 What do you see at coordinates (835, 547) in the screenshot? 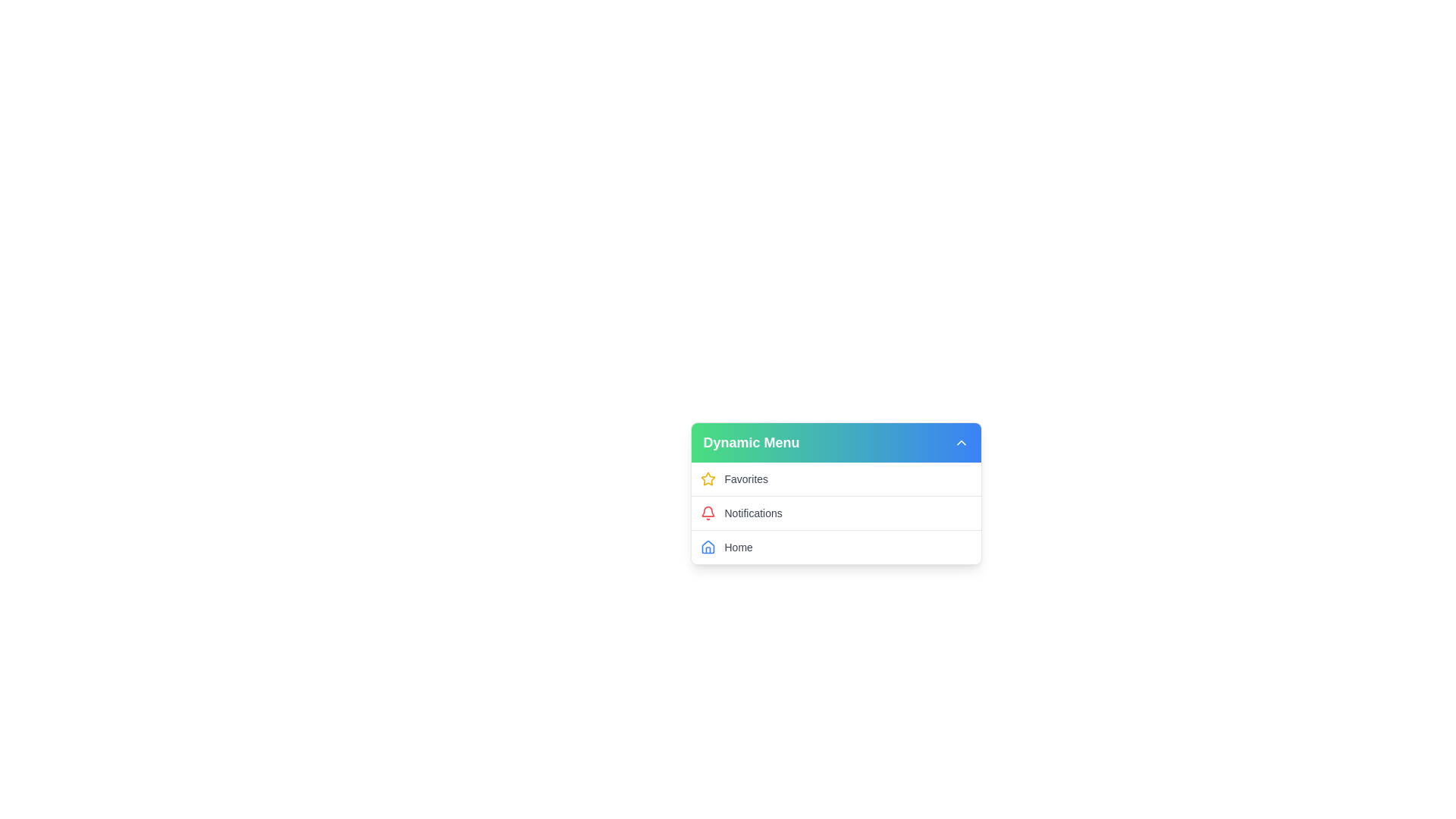
I see `the menu item Home to trigger its hover effect` at bounding box center [835, 547].